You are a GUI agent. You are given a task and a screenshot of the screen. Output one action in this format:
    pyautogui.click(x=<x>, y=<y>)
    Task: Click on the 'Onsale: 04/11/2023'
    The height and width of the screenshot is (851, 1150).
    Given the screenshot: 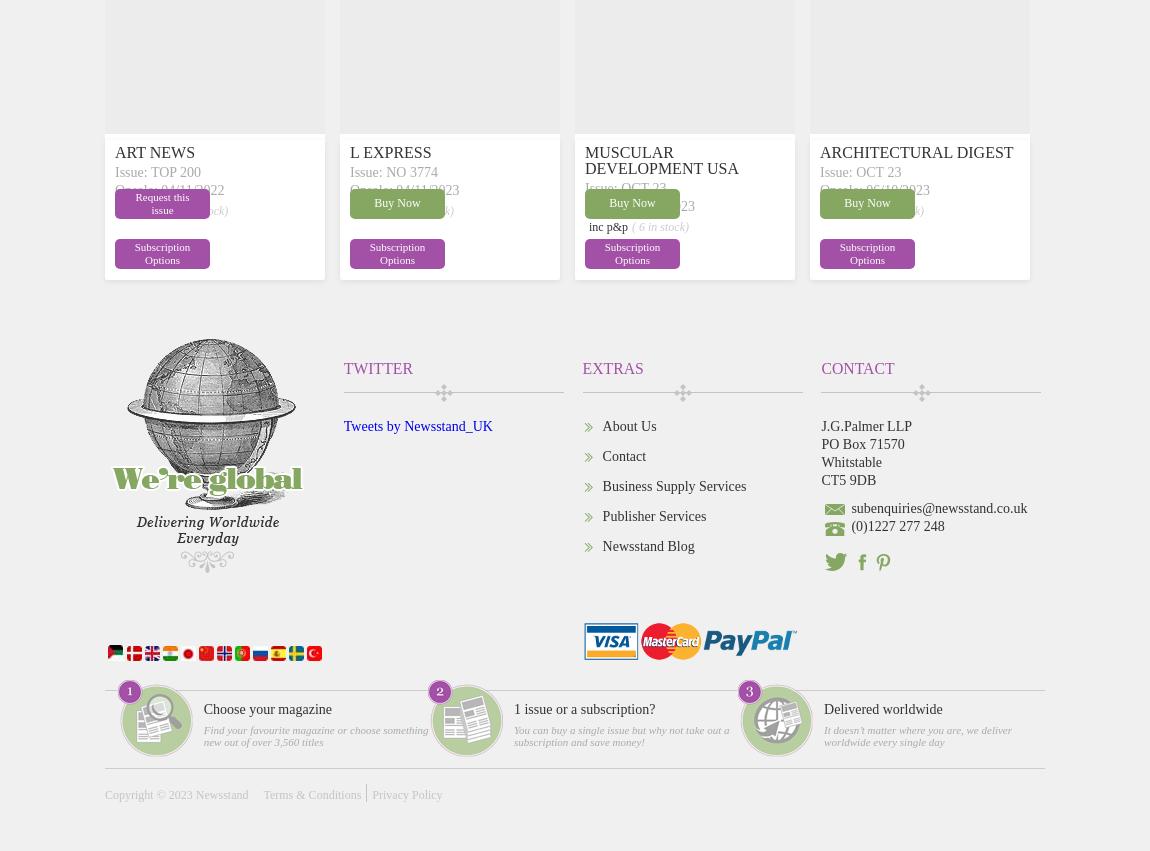 What is the action you would take?
    pyautogui.click(x=404, y=188)
    